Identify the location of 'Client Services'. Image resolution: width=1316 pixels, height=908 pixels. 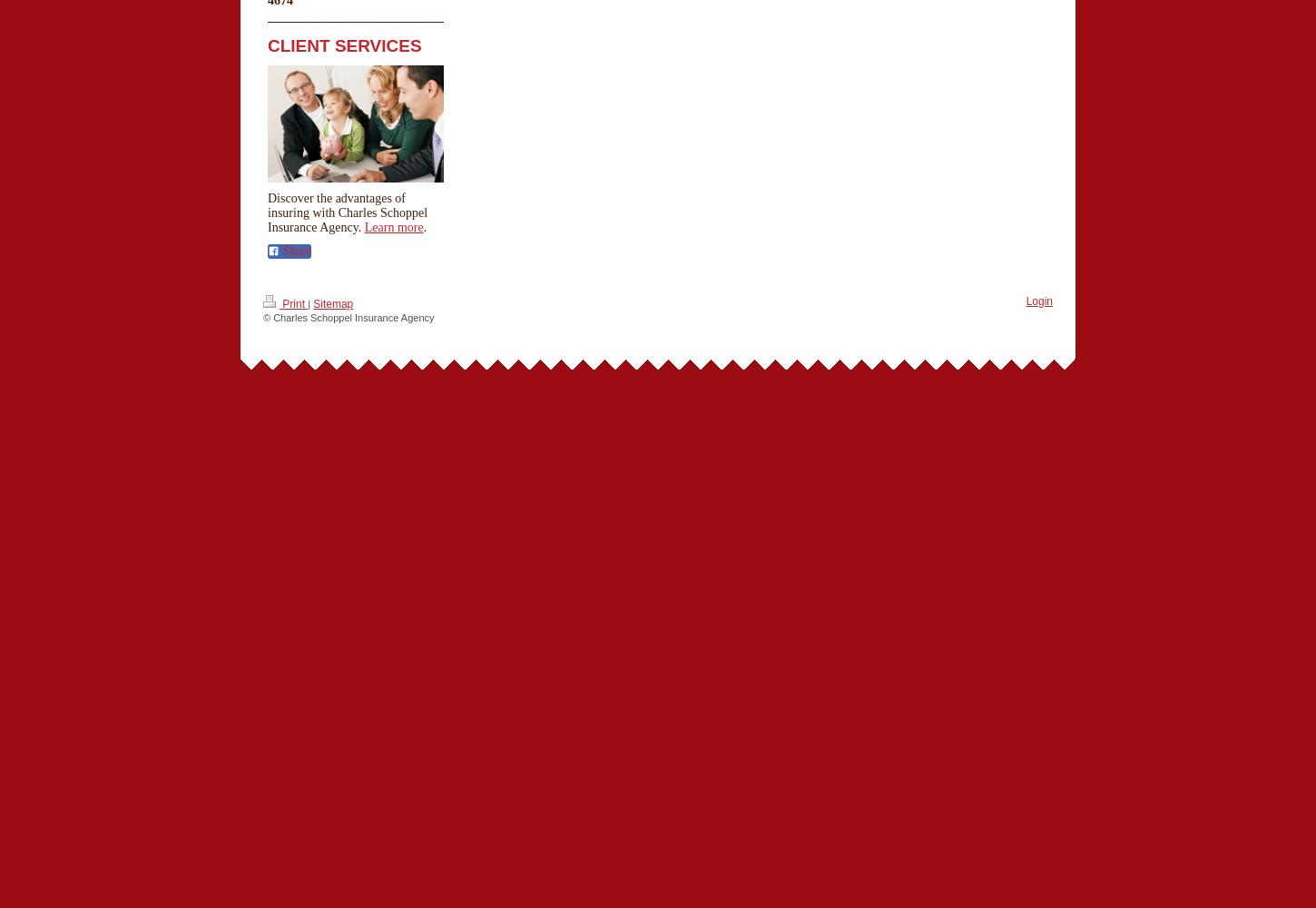
(267, 44).